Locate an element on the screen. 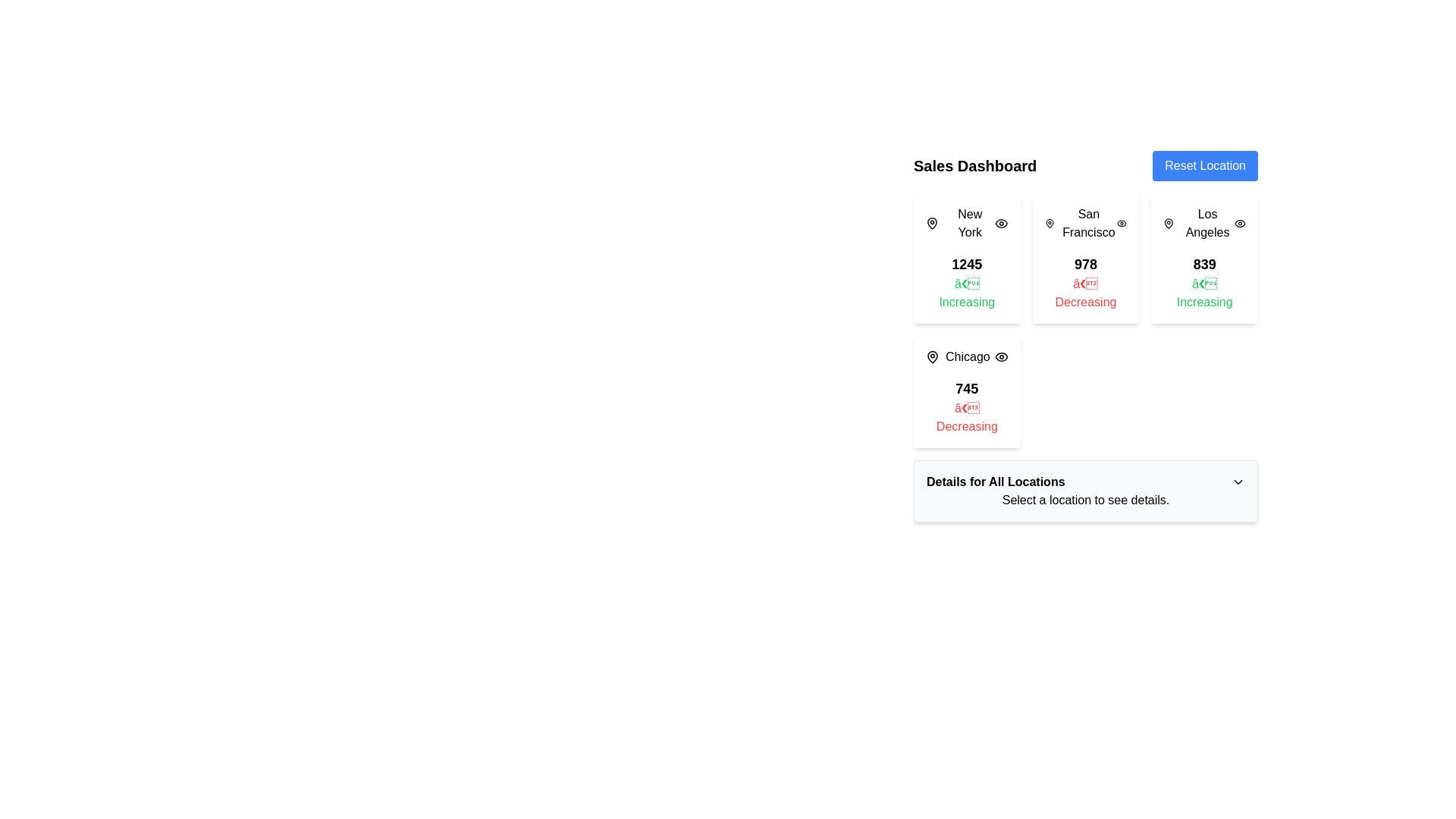 This screenshot has width=1456, height=819. the 'Decreasing' text label with the upward-pointing arrow icon located under the number '745' in the 'Chicago' card is located at coordinates (966, 418).